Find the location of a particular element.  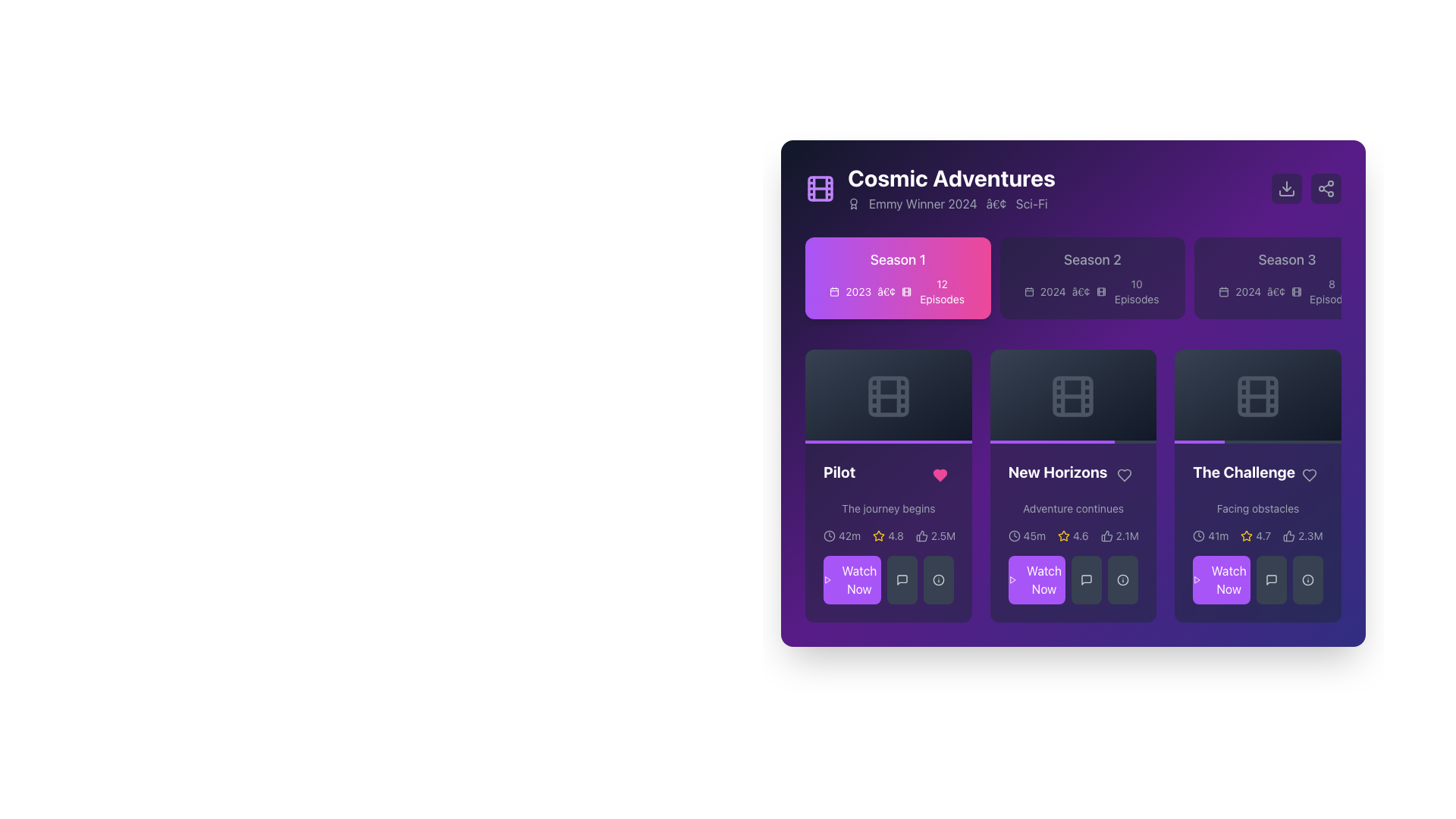

the progress bar at the bottom edge of the card interface is located at coordinates (888, 441).